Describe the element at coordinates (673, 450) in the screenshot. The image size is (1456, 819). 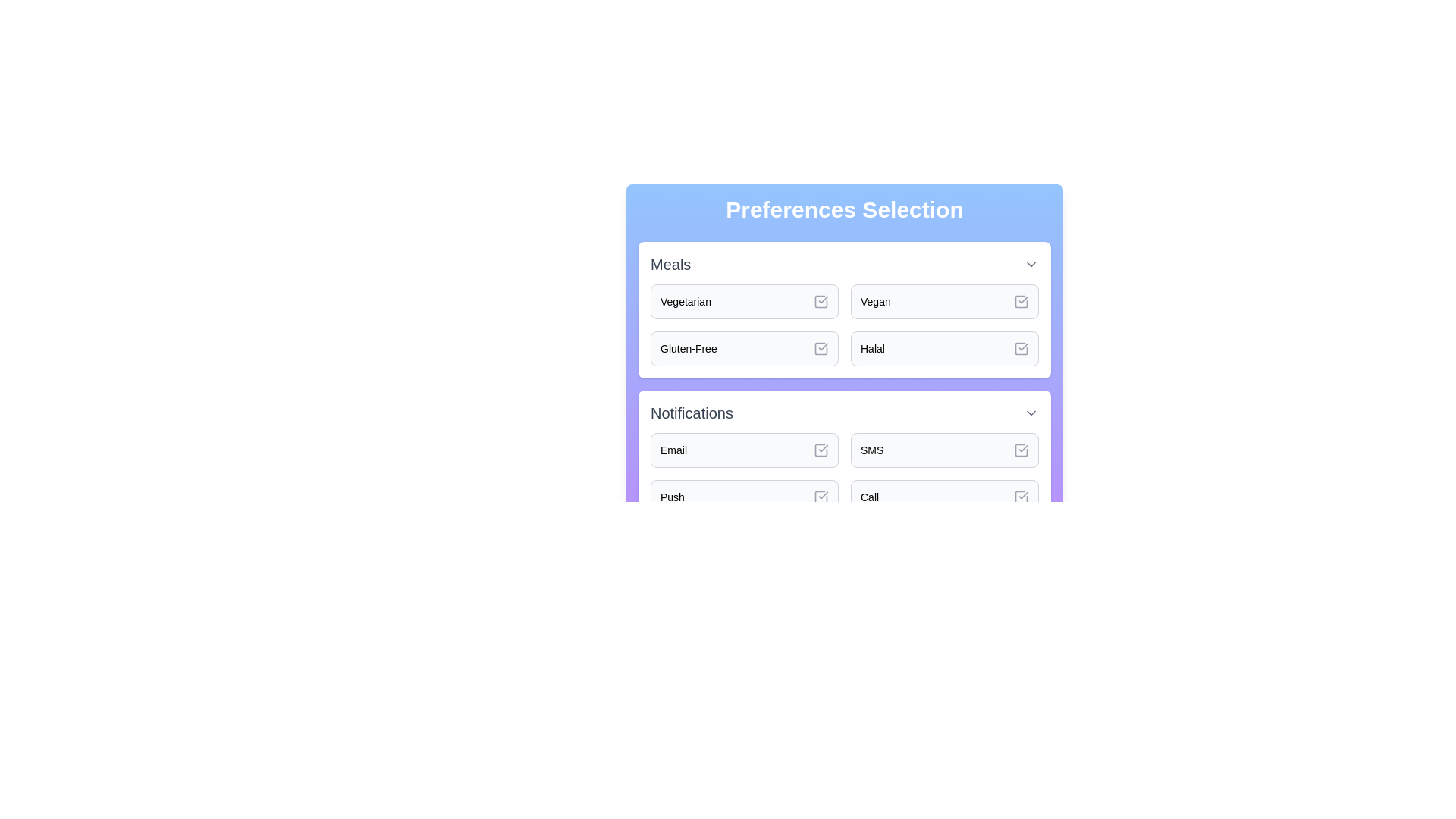
I see `the 'Email' text label located in the 'Notifications' section, which is styled with a smaller font size and medium font weight, positioned in a button-like structure within a grid layout` at that location.